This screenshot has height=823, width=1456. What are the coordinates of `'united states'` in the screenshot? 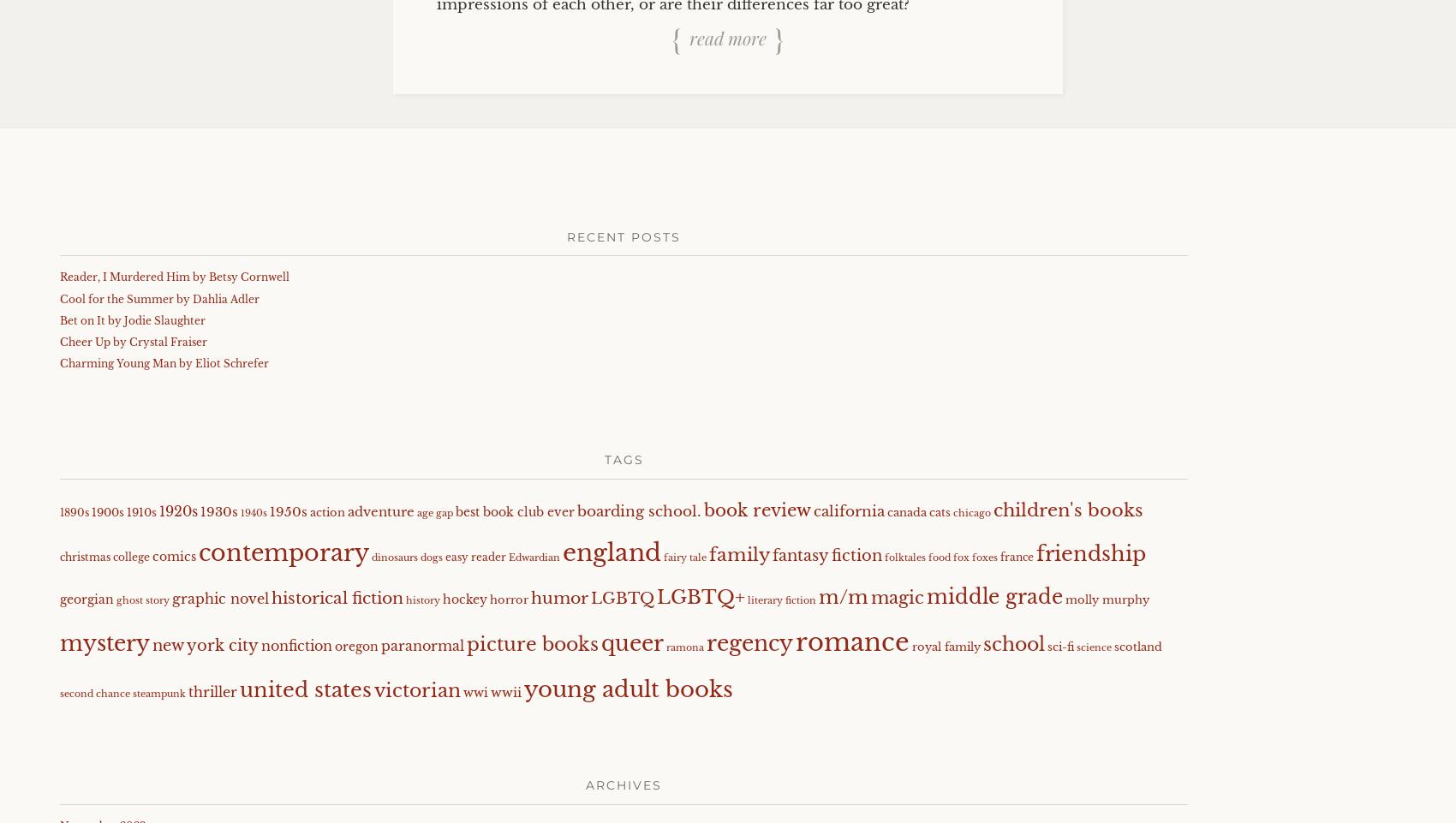 It's located at (239, 689).